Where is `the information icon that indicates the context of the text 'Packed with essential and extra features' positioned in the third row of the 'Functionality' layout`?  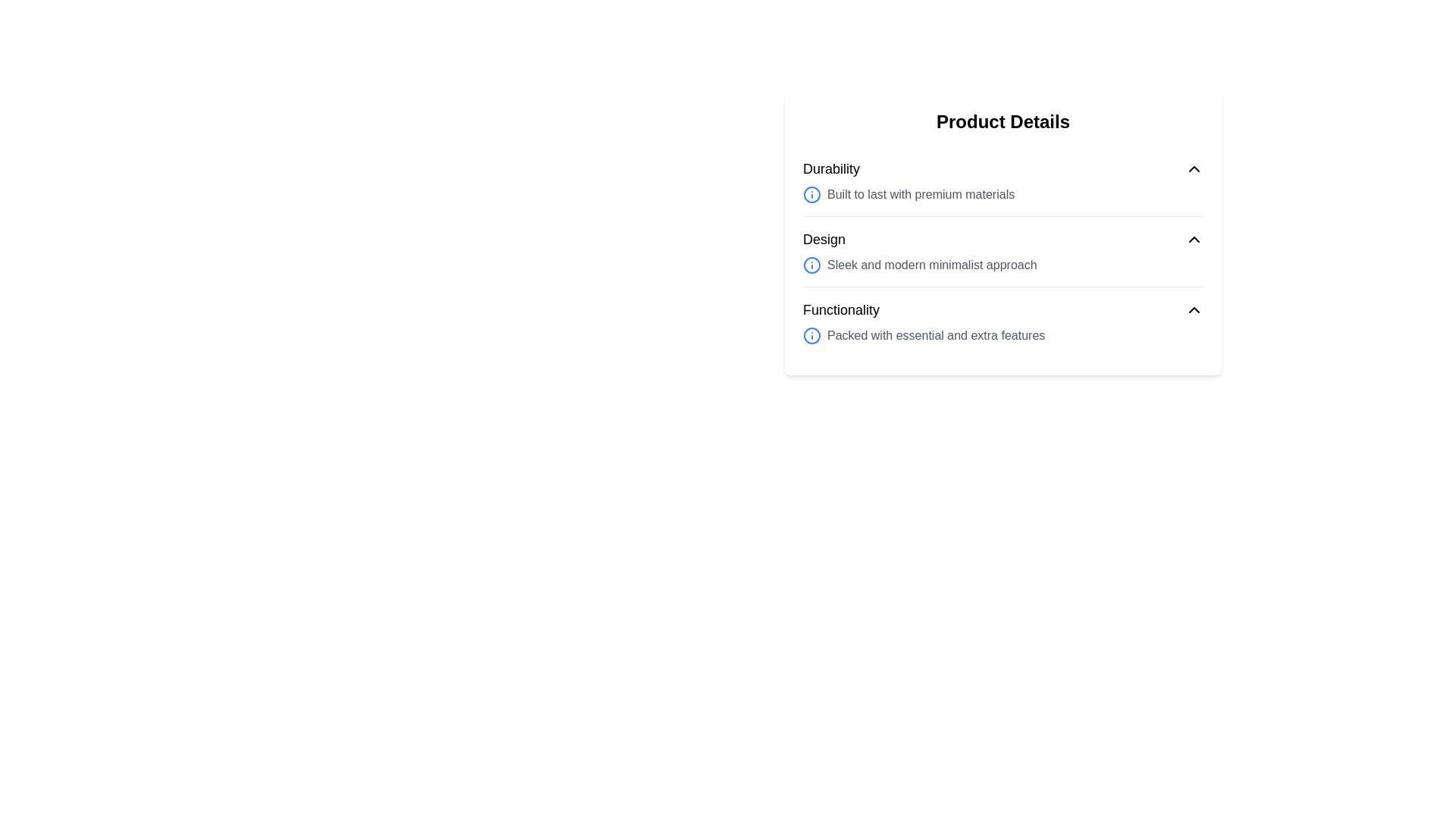
the information icon that indicates the context of the text 'Packed with essential and extra features' positioned in the third row of the 'Functionality' layout is located at coordinates (811, 335).